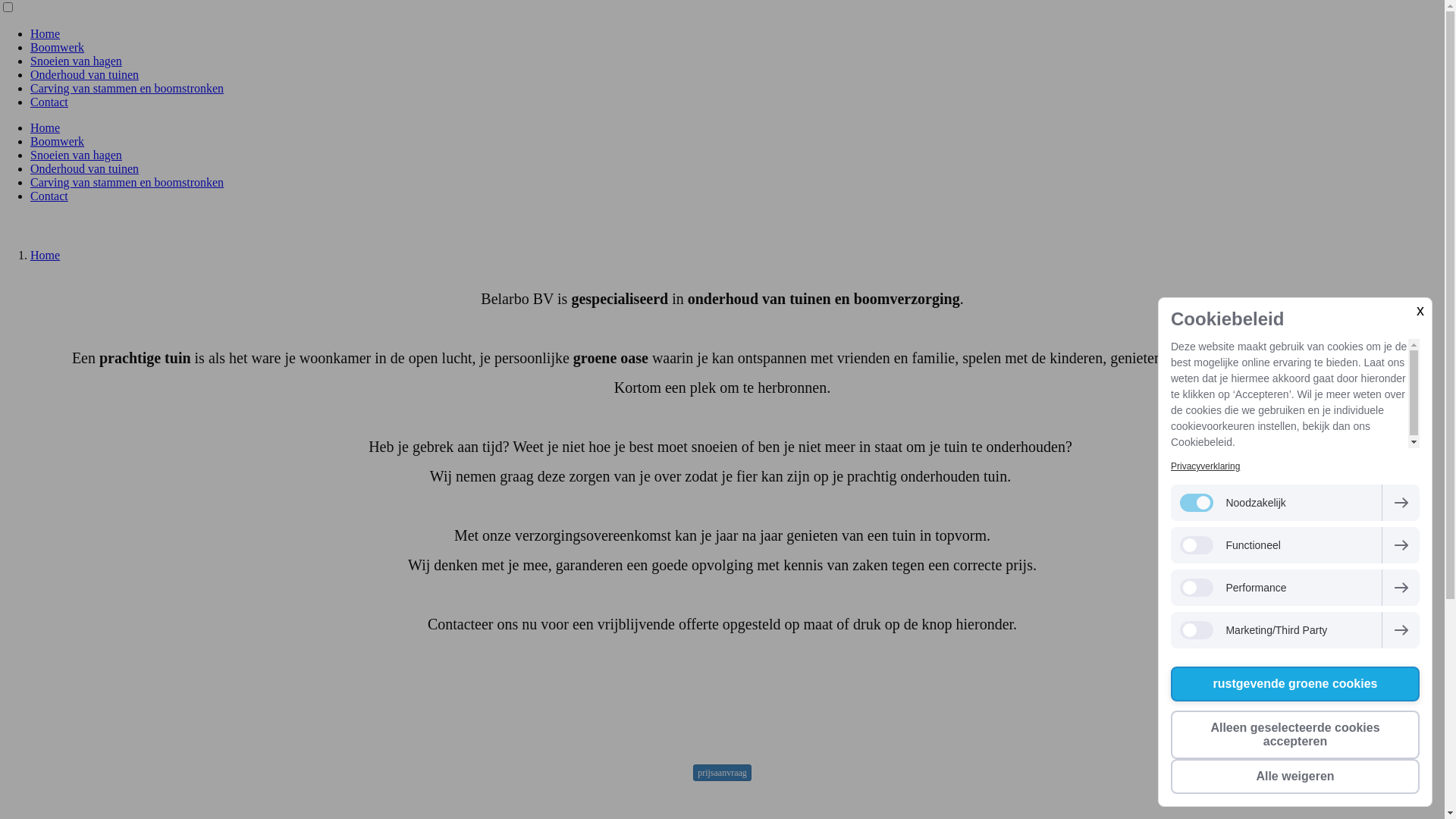 Image resolution: width=1456 pixels, height=819 pixels. I want to click on 'Home', so click(45, 127).